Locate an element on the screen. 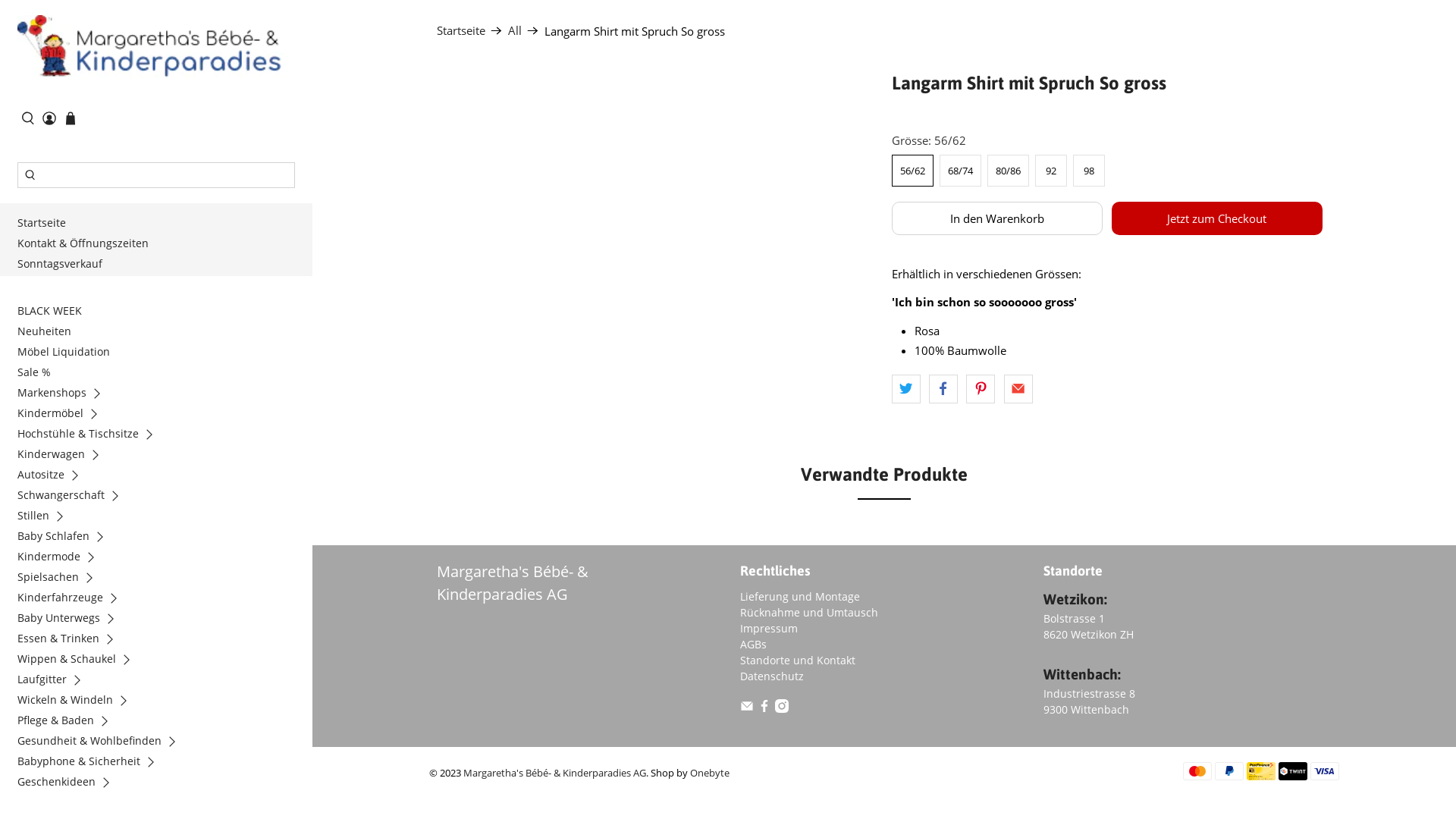 Image resolution: width=1456 pixels, height=819 pixels. 'Wickeln & Windeln' is located at coordinates (77, 701).